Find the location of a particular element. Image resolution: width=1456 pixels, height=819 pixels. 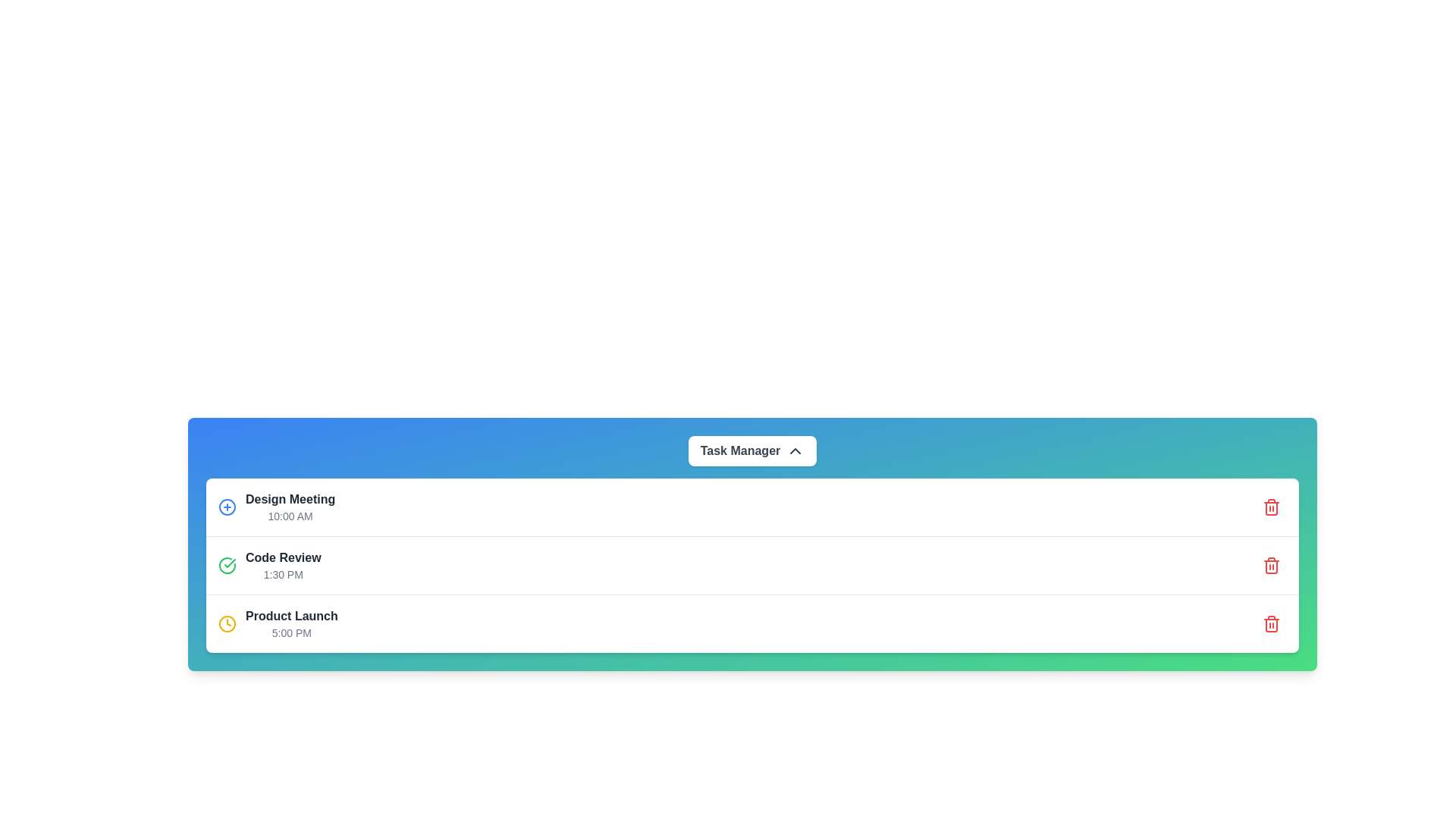

the circular component styled with a yellow fill located within the SVG clock icon, which is positioned to the left of the 'Product Launch' label is located at coordinates (226, 623).